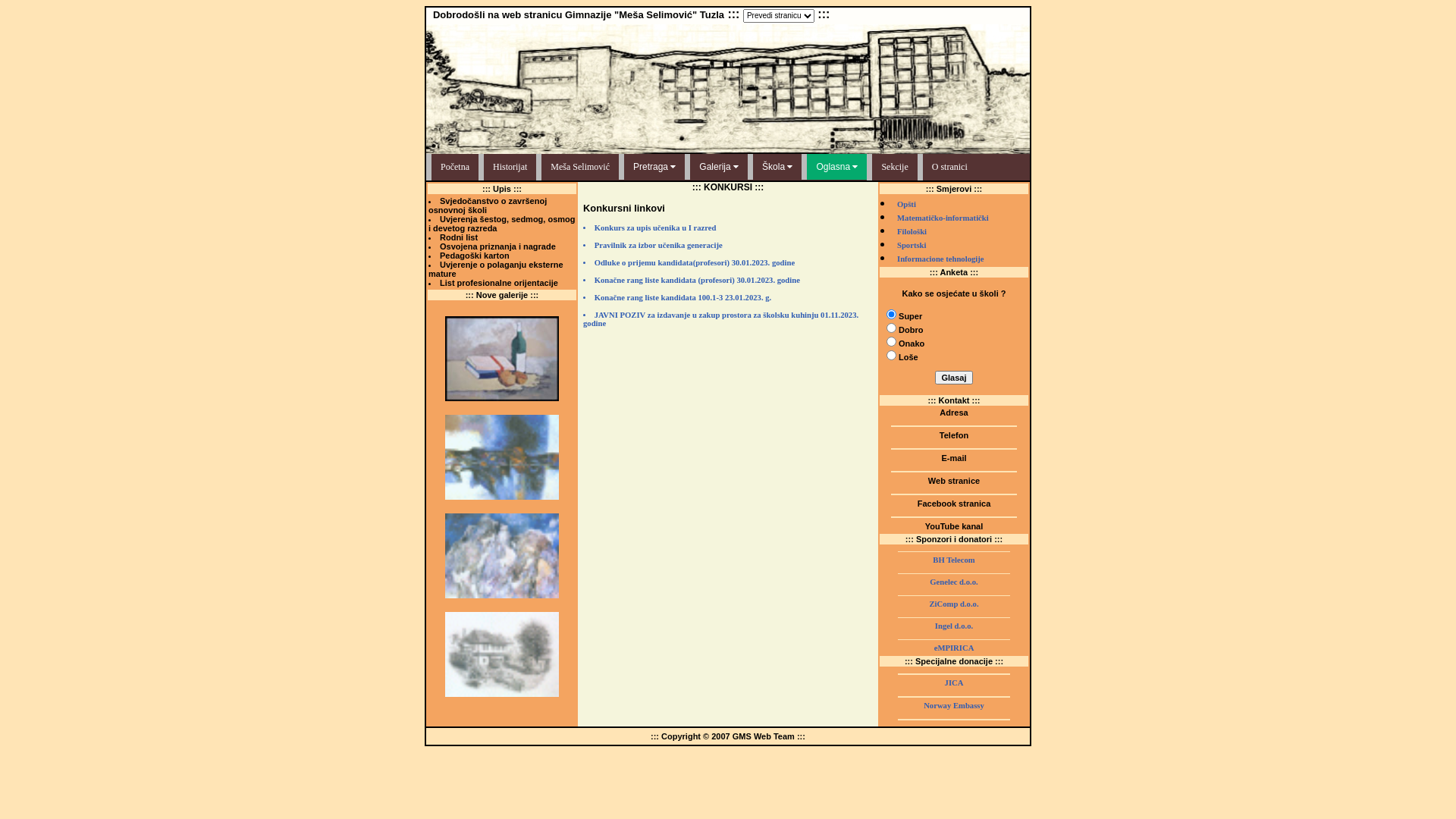 Image resolution: width=1456 pixels, height=819 pixels. What do you see at coordinates (654, 166) in the screenshot?
I see `'Pretraga'` at bounding box center [654, 166].